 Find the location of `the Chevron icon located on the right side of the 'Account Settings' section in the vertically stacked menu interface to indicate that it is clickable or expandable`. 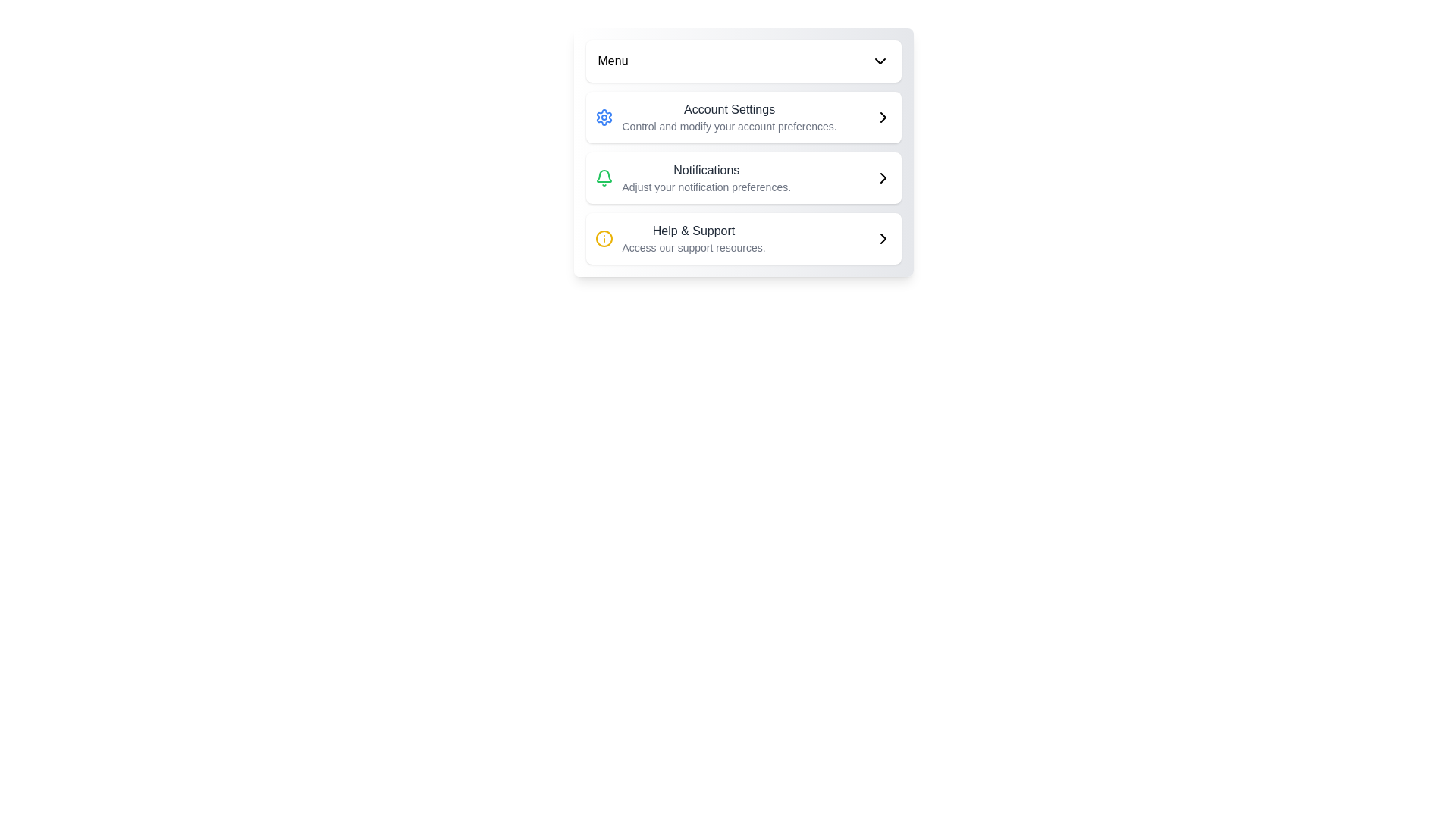

the Chevron icon located on the right side of the 'Account Settings' section in the vertically stacked menu interface to indicate that it is clickable or expandable is located at coordinates (883, 116).